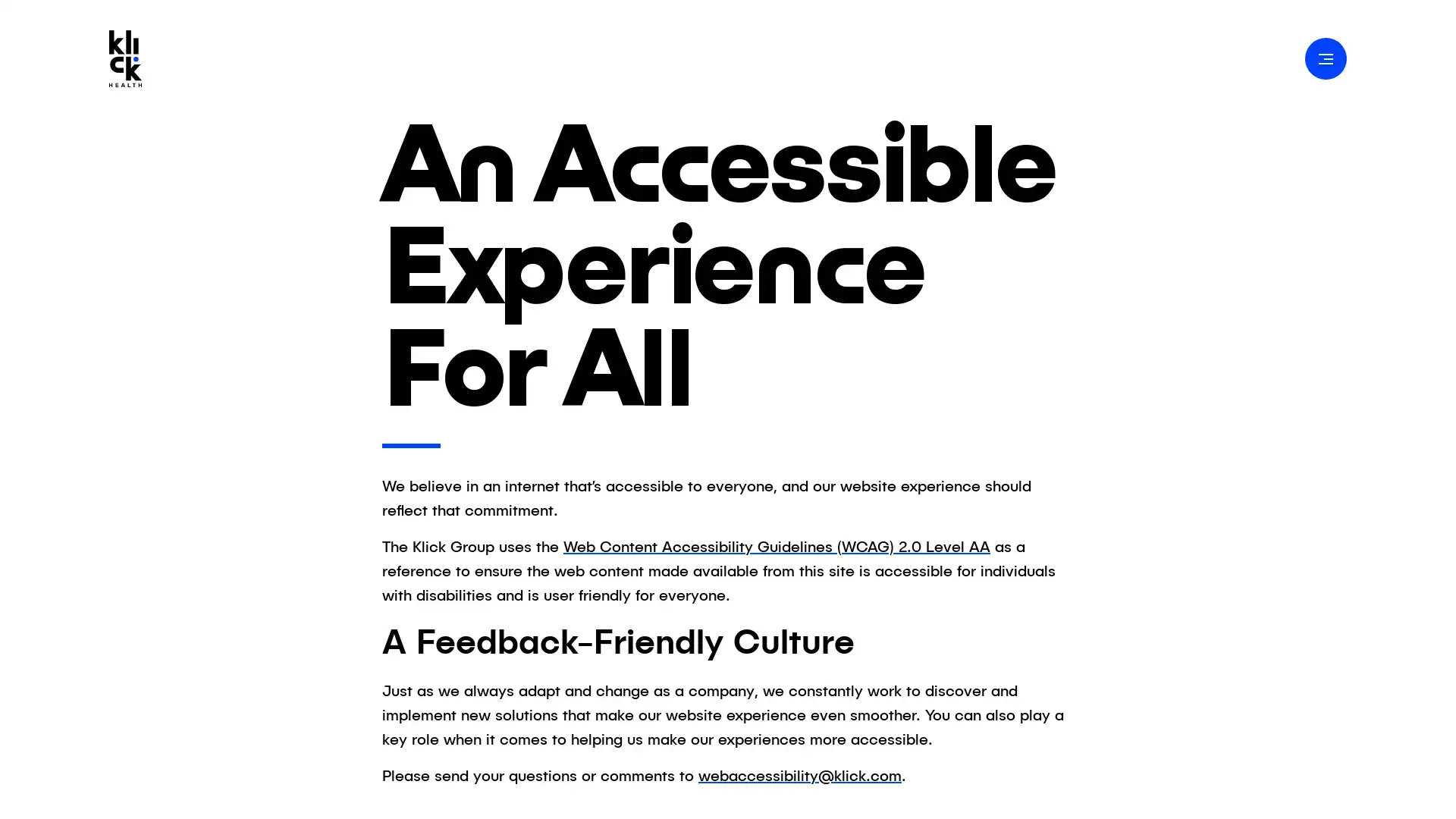 This screenshot has height=819, width=1456. What do you see at coordinates (1308, 789) in the screenshot?
I see `Accept` at bounding box center [1308, 789].